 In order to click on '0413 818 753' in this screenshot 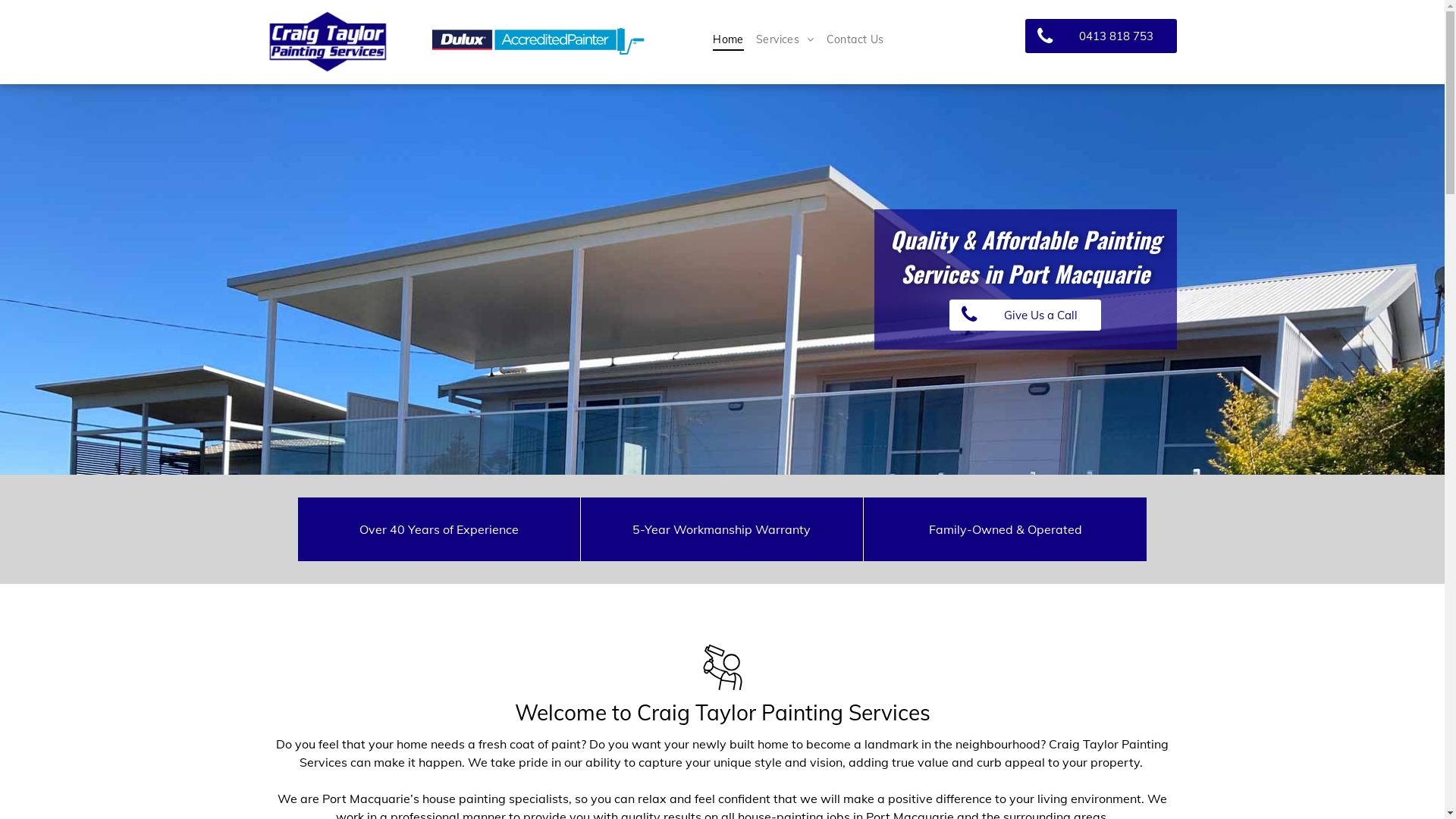, I will do `click(1101, 35)`.